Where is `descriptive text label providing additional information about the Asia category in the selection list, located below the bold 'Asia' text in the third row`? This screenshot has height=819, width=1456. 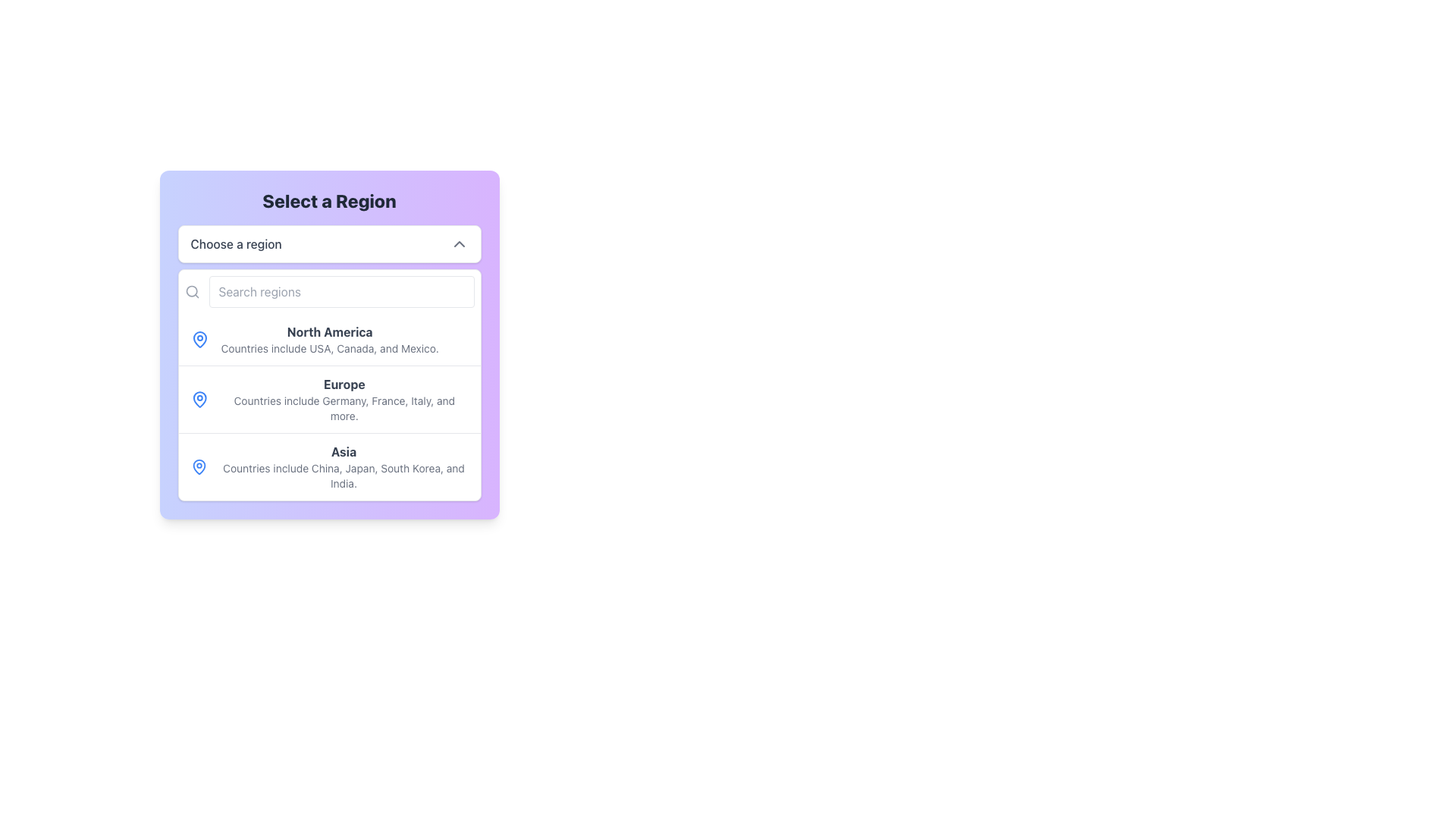
descriptive text label providing additional information about the Asia category in the selection list, located below the bold 'Asia' text in the third row is located at coordinates (343, 475).